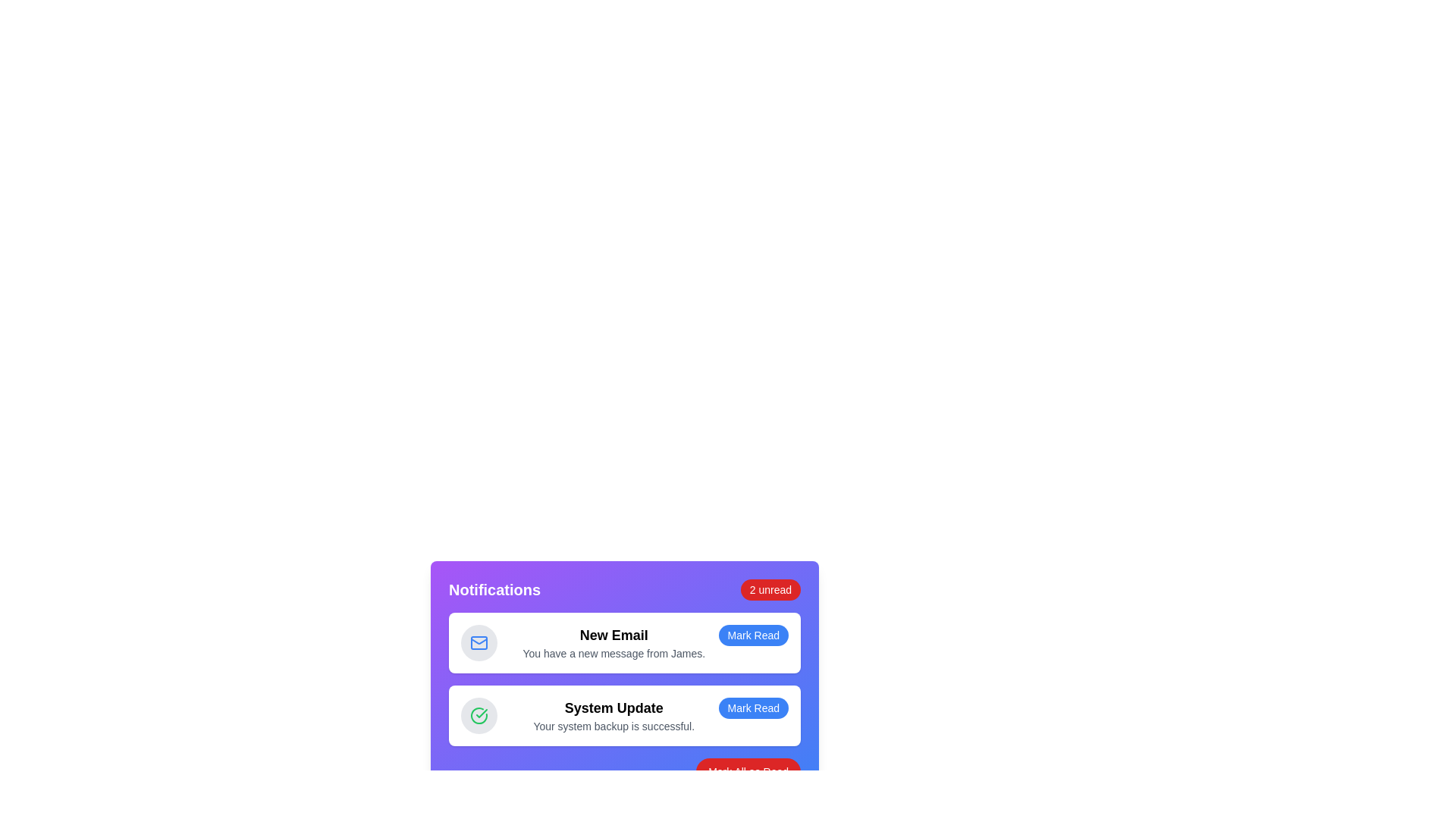 This screenshot has height=819, width=1456. Describe the element at coordinates (625, 716) in the screenshot. I see `the second notification block that informs the user about the system's successful backup` at that location.